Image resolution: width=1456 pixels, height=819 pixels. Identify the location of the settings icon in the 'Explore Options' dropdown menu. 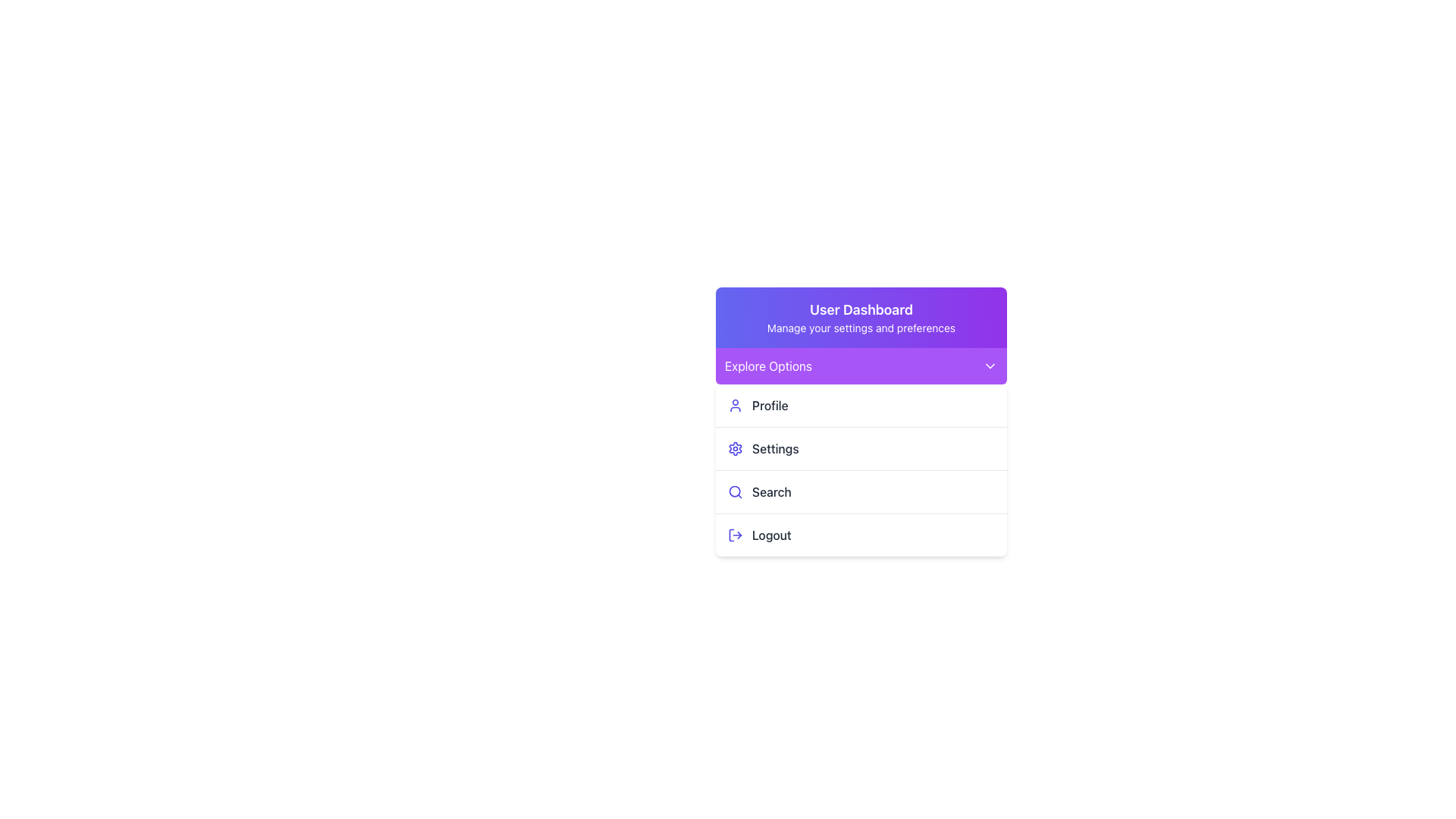
(735, 447).